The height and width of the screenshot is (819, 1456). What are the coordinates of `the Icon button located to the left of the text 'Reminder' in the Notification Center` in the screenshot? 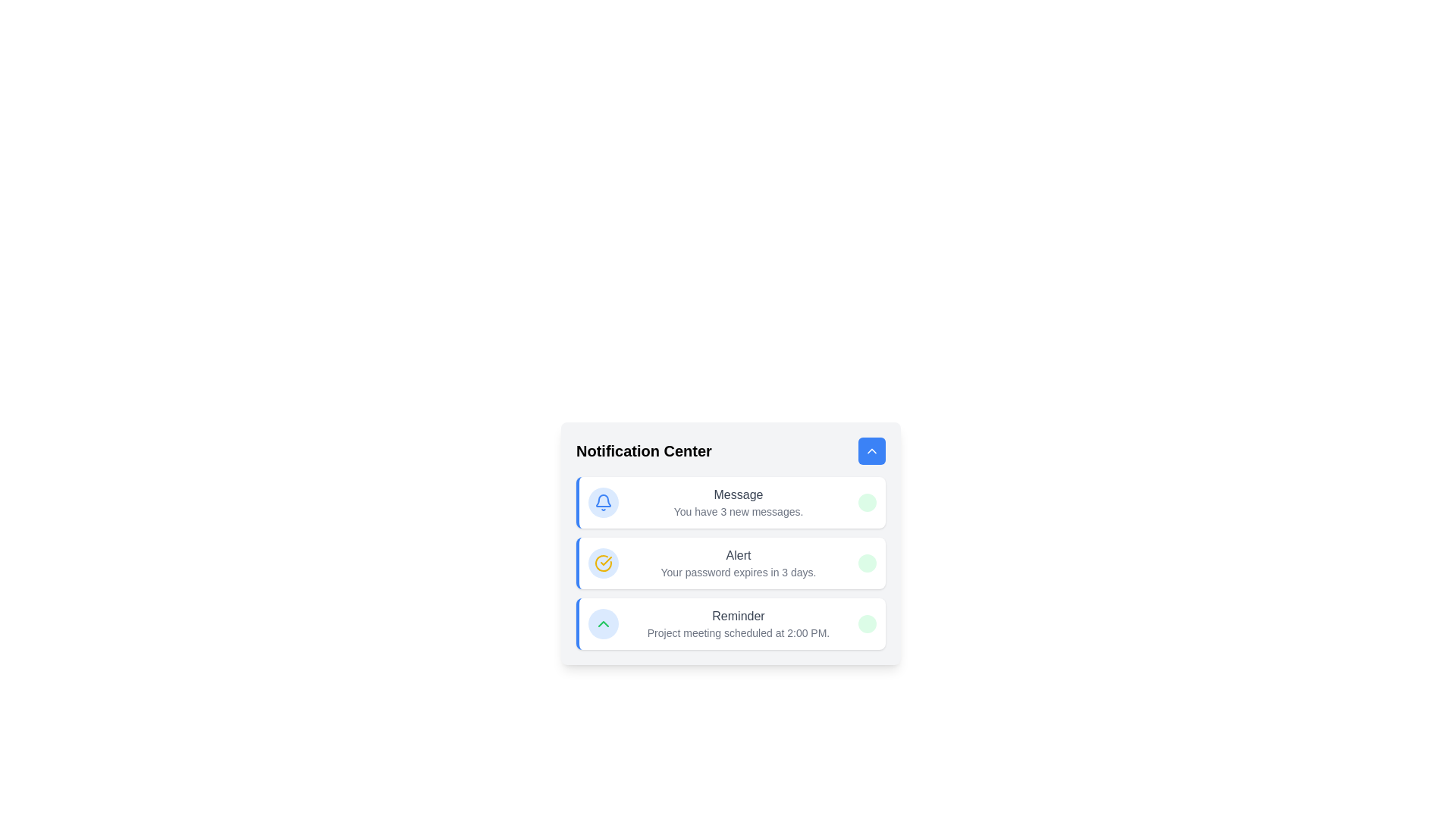 It's located at (603, 623).